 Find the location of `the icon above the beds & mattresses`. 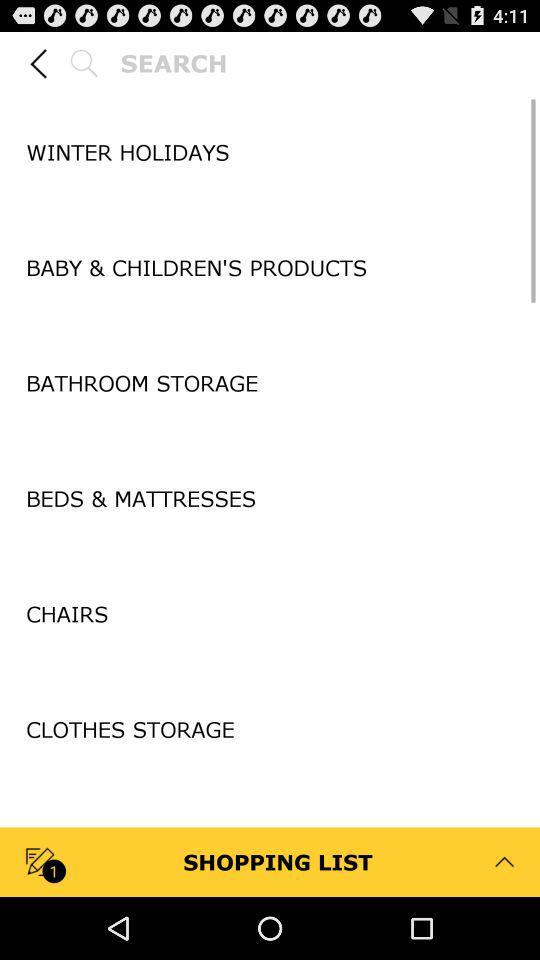

the icon above the beds & mattresses is located at coordinates (270, 441).